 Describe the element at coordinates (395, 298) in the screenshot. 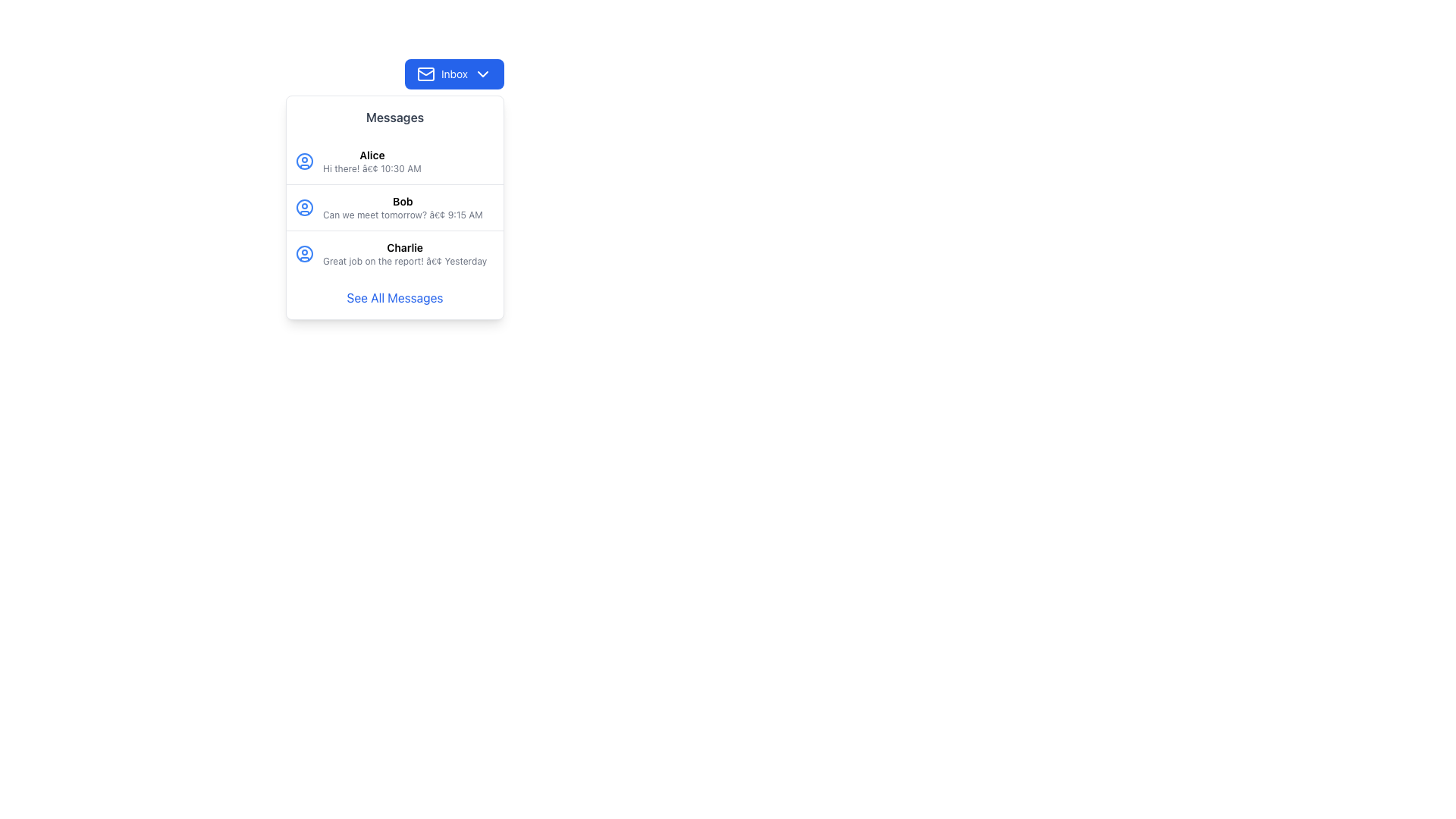

I see `the blue underlined text link 'See All Messages' located at the bottom center of the message preview card` at that location.